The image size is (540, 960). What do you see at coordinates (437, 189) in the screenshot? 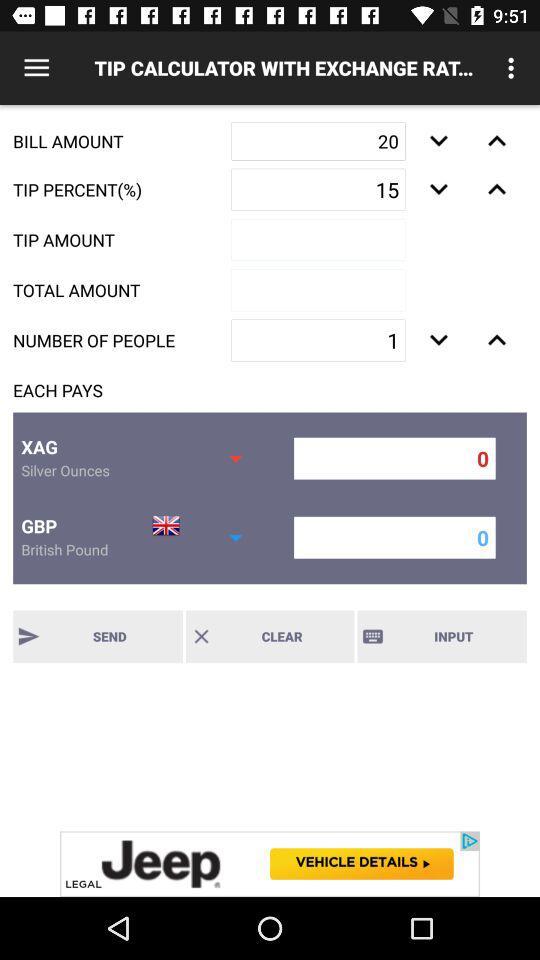
I see `decrease tip percent amount` at bounding box center [437, 189].